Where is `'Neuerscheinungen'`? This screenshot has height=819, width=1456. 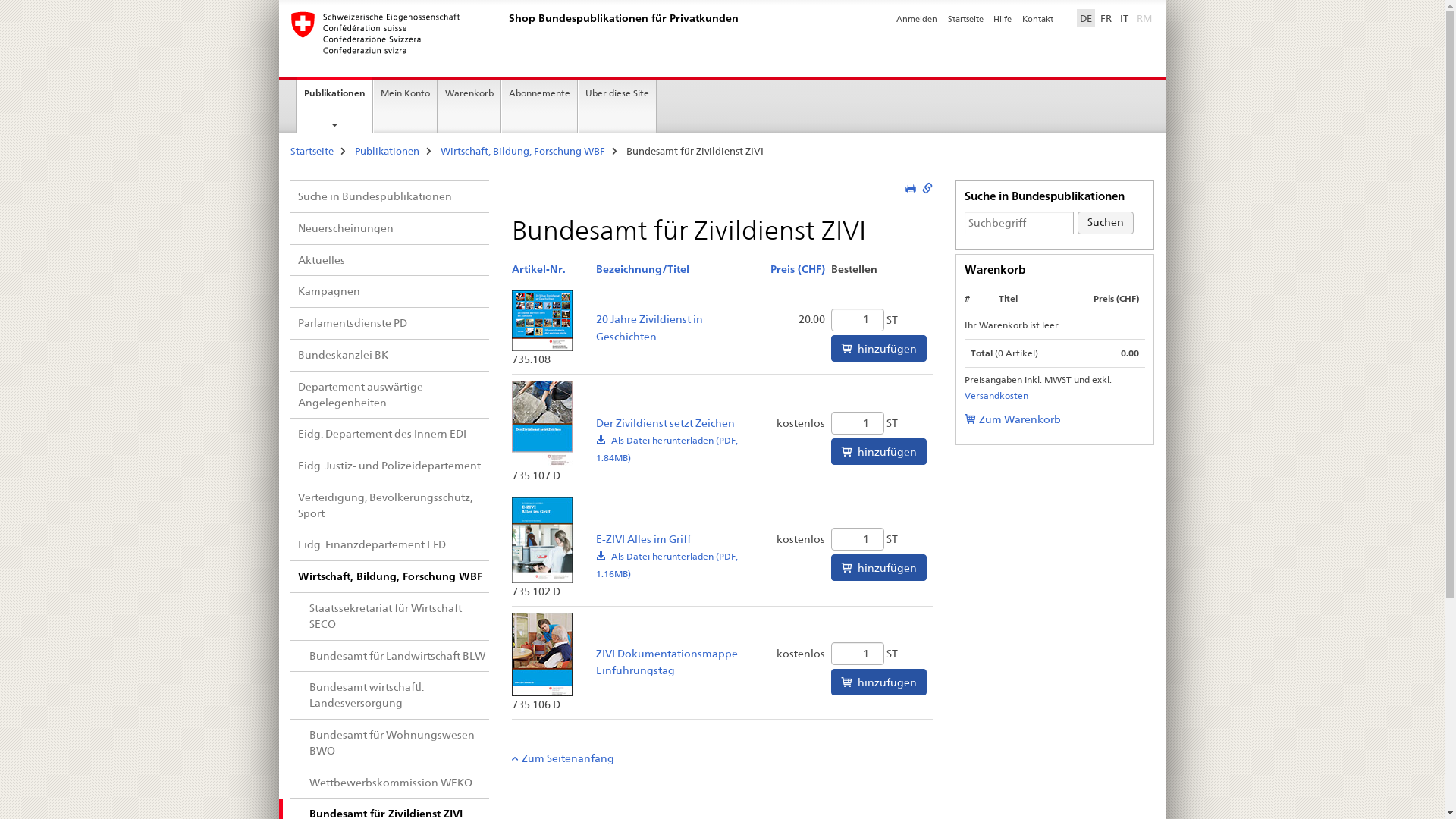 'Neuerscheinungen' is located at coordinates (389, 228).